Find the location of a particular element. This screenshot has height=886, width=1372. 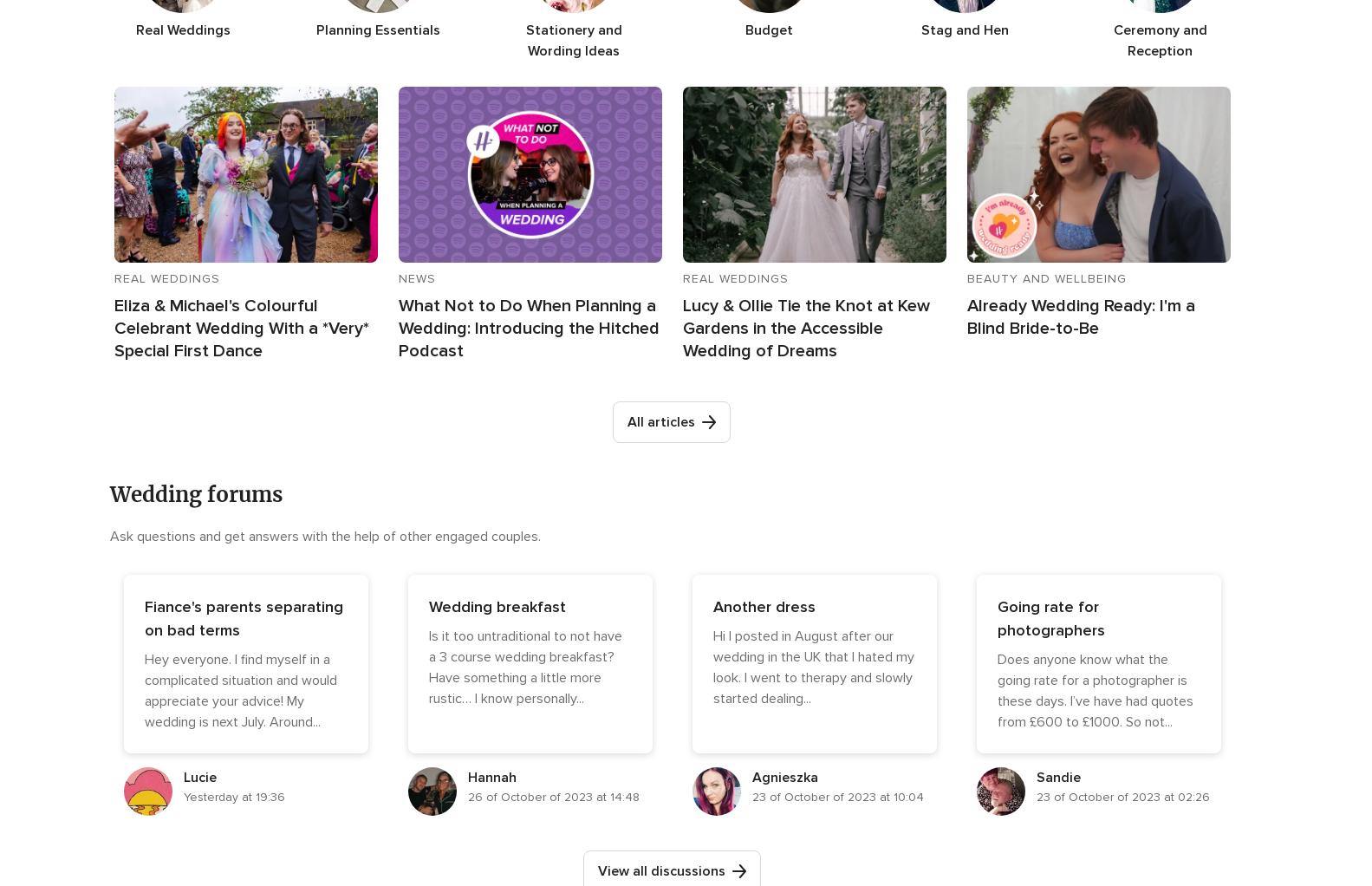

'Wedding breakfast' is located at coordinates (496, 606).